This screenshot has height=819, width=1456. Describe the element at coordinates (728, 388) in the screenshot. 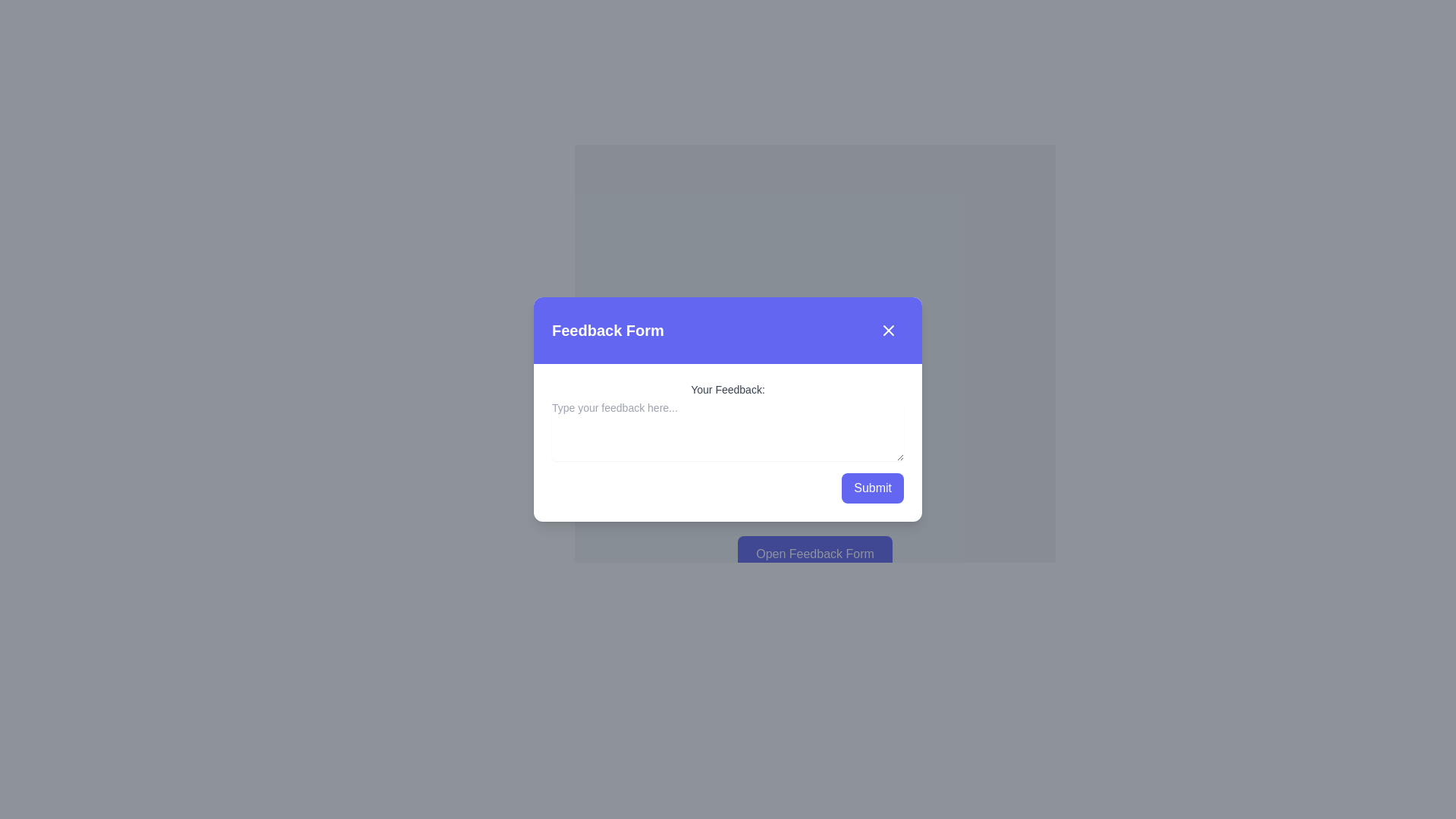

I see `text label 'Your Feedback:' which is positioned at the top of the modal dialog box, serving as a context for the feedback input area` at that location.